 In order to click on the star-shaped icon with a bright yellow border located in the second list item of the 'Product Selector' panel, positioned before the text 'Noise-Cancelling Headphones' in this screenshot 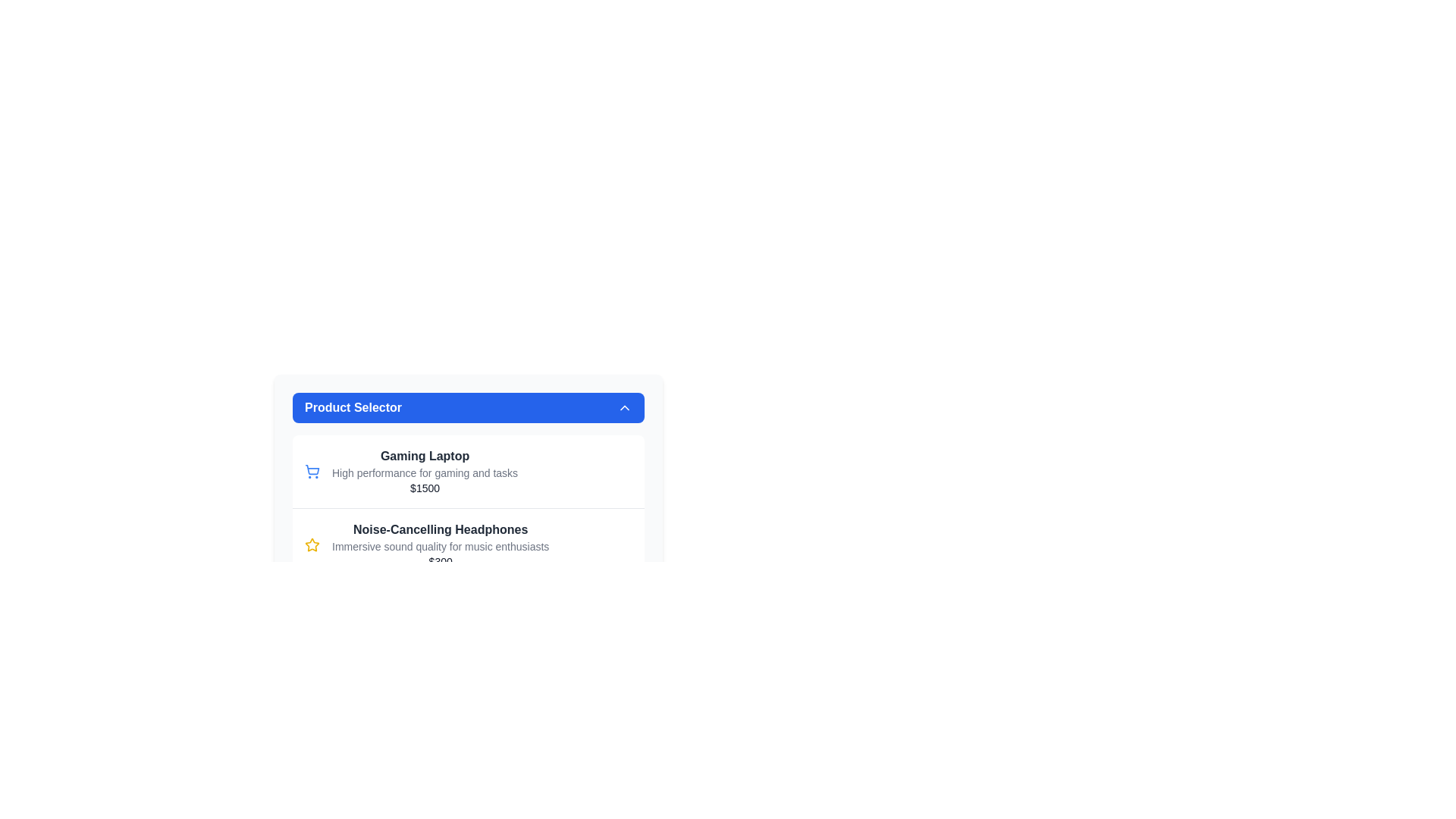, I will do `click(312, 544)`.